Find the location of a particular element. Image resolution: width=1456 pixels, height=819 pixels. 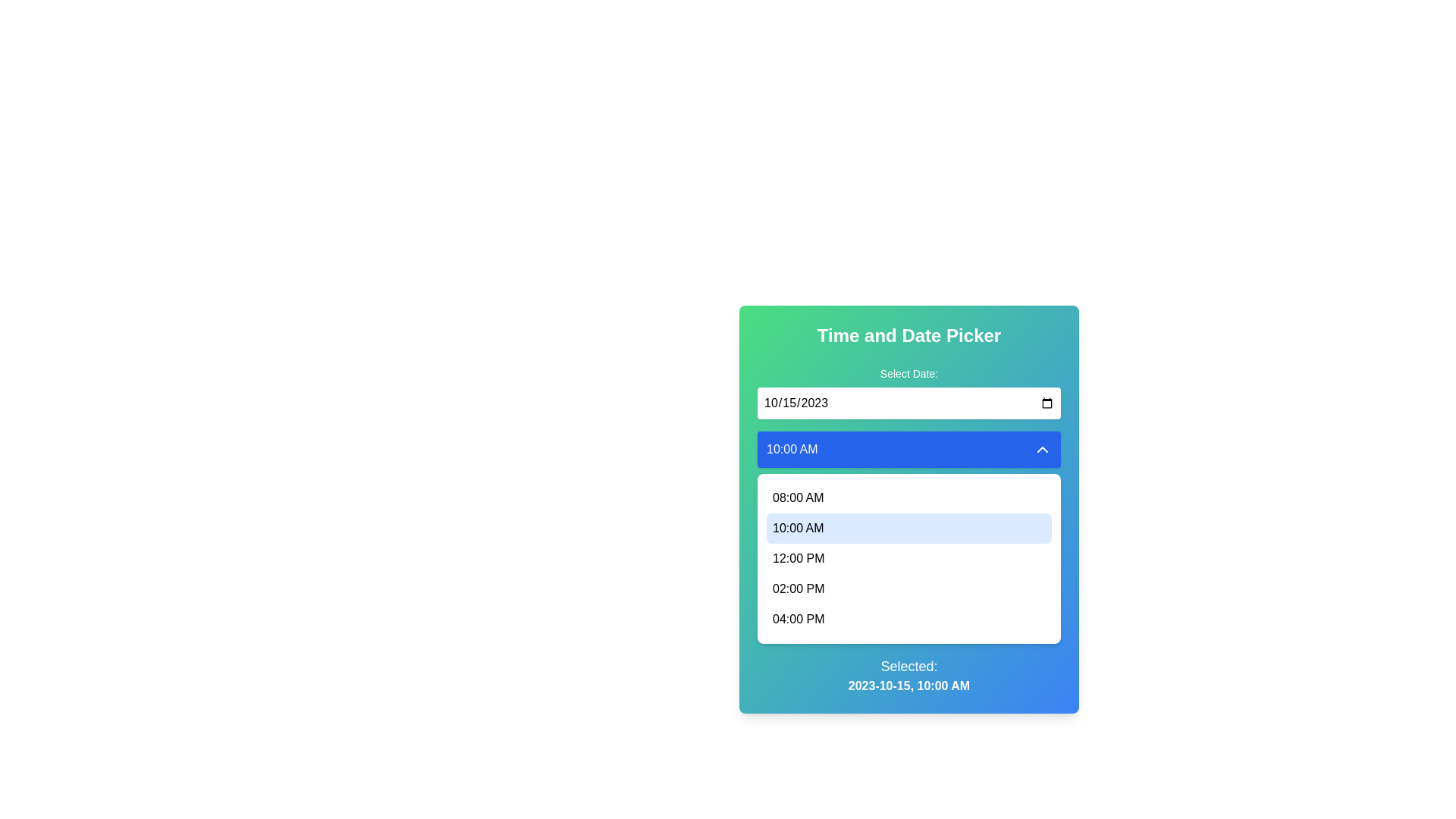

the fourth time slot option in the scheduler interface is located at coordinates (909, 588).